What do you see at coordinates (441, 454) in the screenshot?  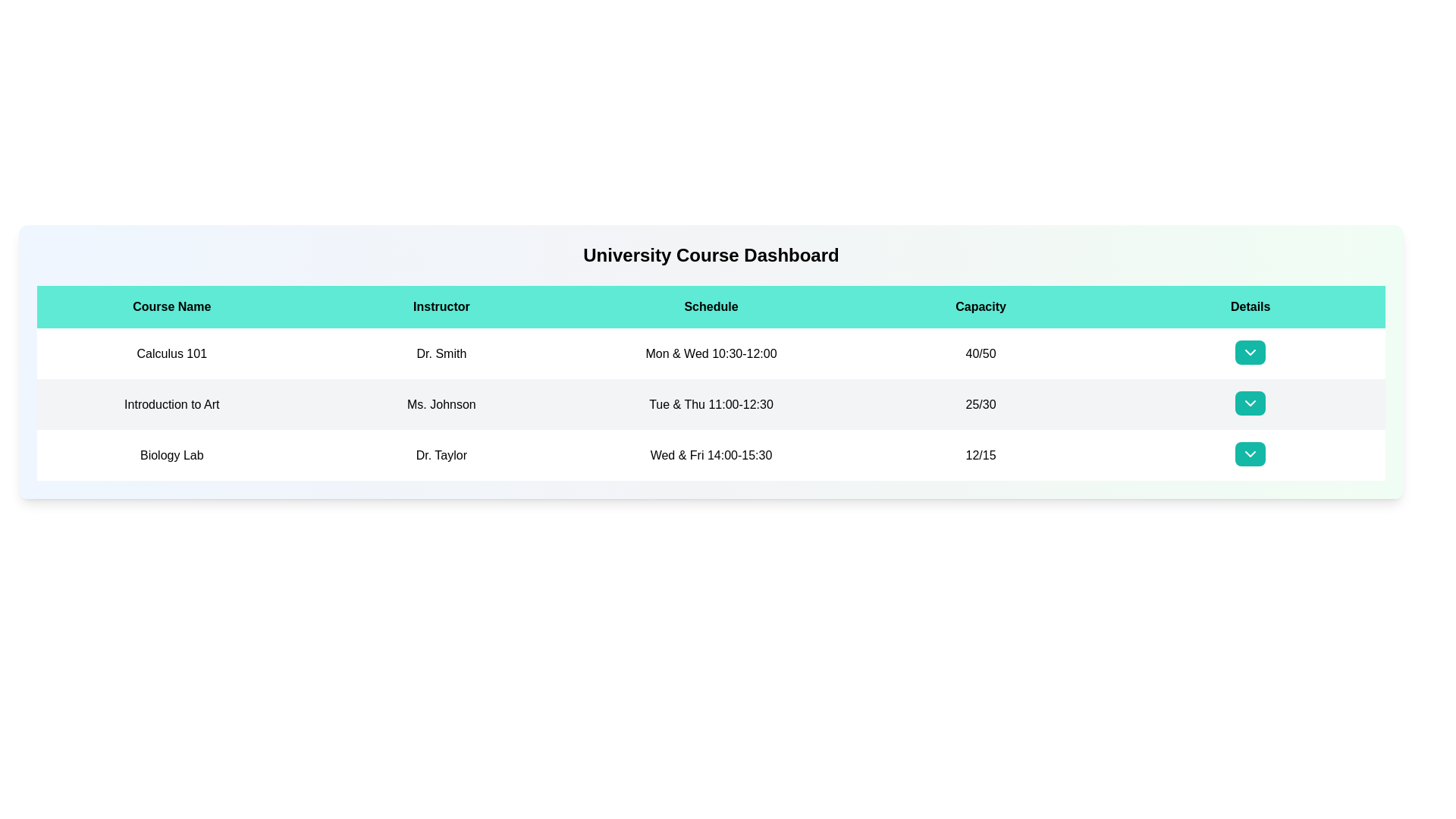 I see `the text label displaying 'Dr. Taylor' in the second column of the third row of the table on the University Course Dashboard` at bounding box center [441, 454].